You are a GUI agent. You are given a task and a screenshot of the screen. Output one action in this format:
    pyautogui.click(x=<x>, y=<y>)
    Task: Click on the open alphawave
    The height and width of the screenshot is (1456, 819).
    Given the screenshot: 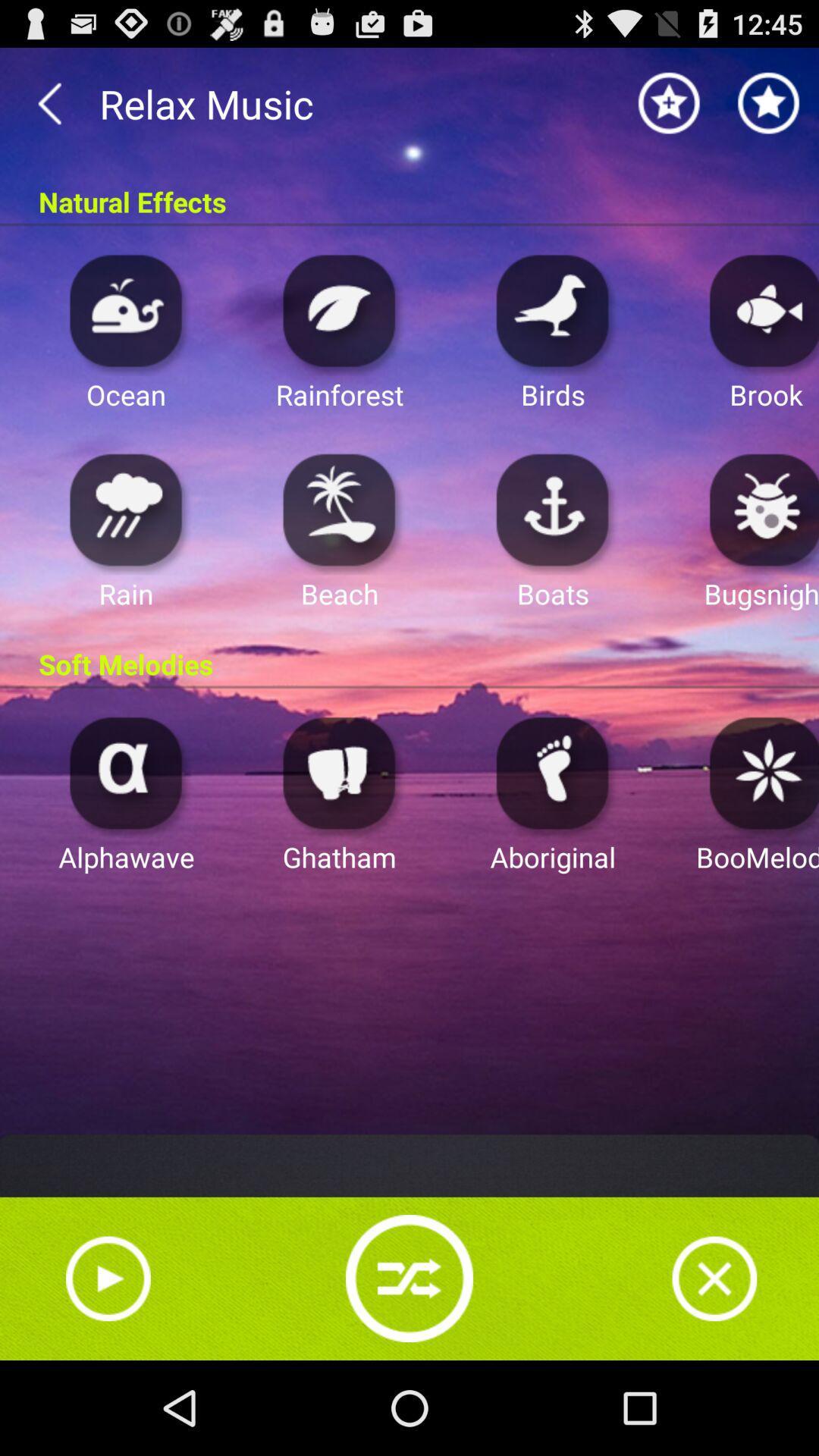 What is the action you would take?
    pyautogui.click(x=125, y=772)
    